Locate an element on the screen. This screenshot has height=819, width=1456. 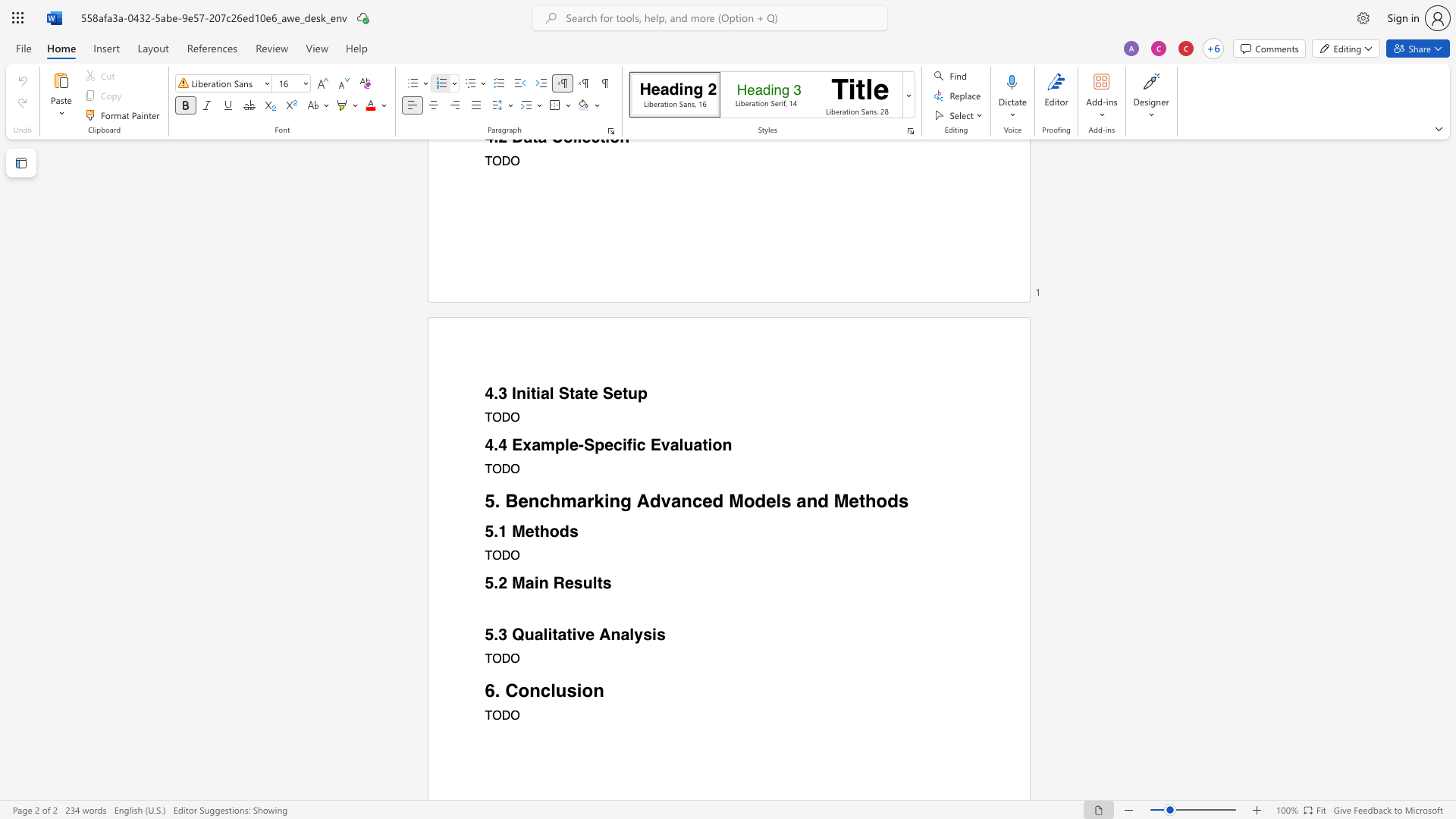
the 1th character "C" in the text is located at coordinates (511, 690).